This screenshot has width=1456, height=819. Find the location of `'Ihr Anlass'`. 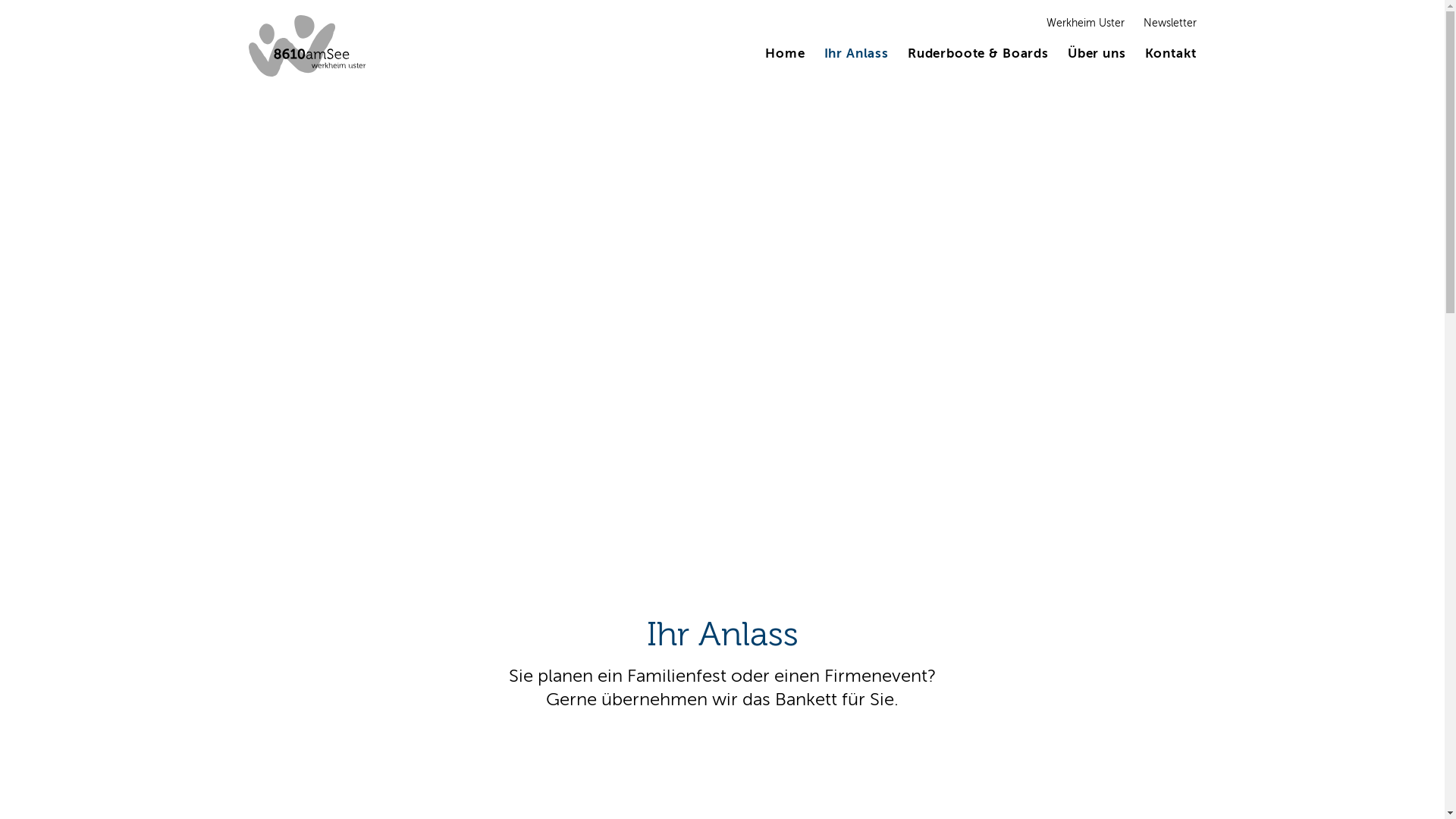

'Ihr Anlass' is located at coordinates (855, 53).